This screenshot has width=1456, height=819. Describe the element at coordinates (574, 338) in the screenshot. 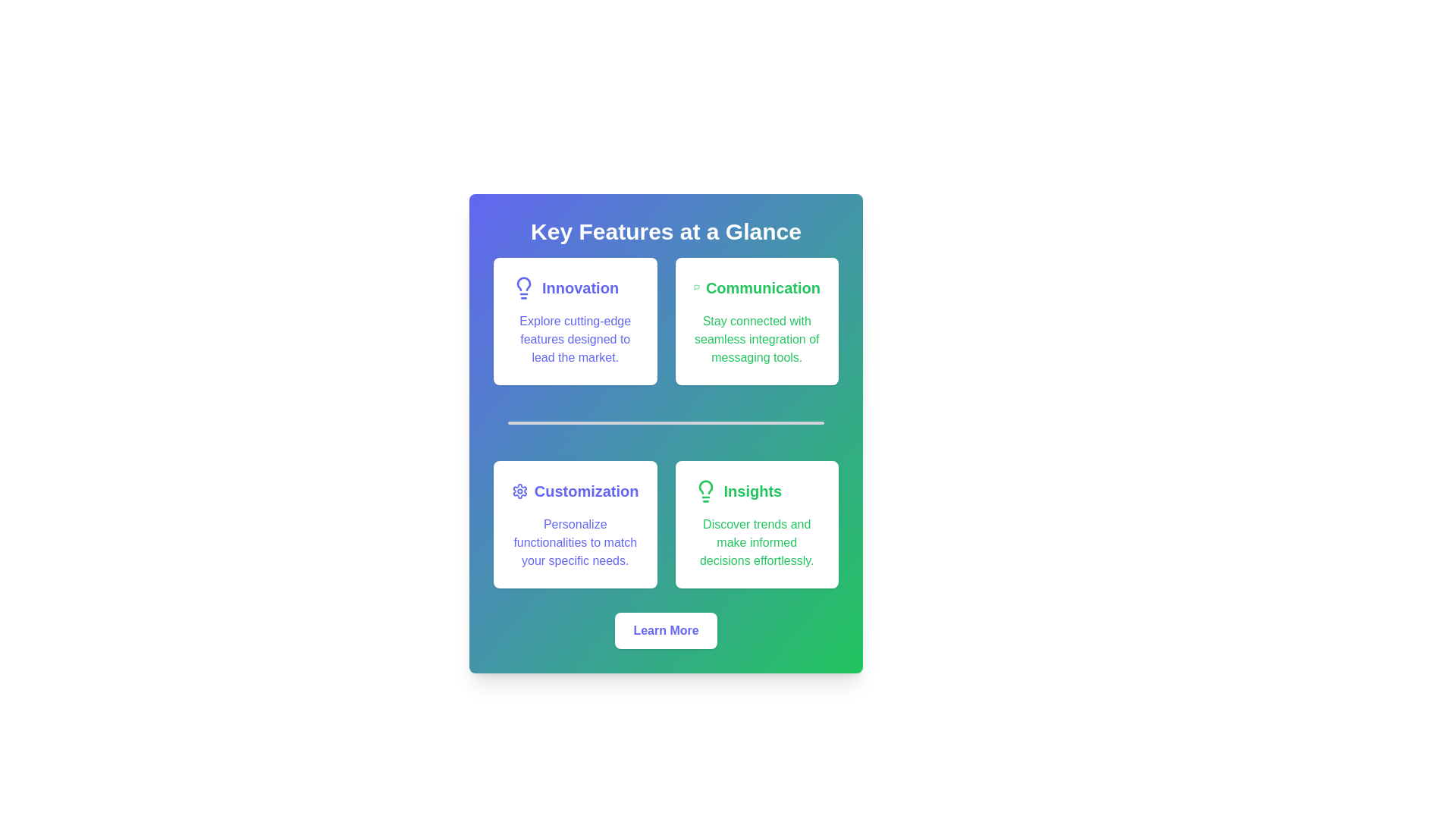

I see `the text paragraph stating 'Explore cutting-edge features designed to lead the market.' which is styled in indigo color and positioned below the title 'Innovation' in the top-left card of the grid` at that location.